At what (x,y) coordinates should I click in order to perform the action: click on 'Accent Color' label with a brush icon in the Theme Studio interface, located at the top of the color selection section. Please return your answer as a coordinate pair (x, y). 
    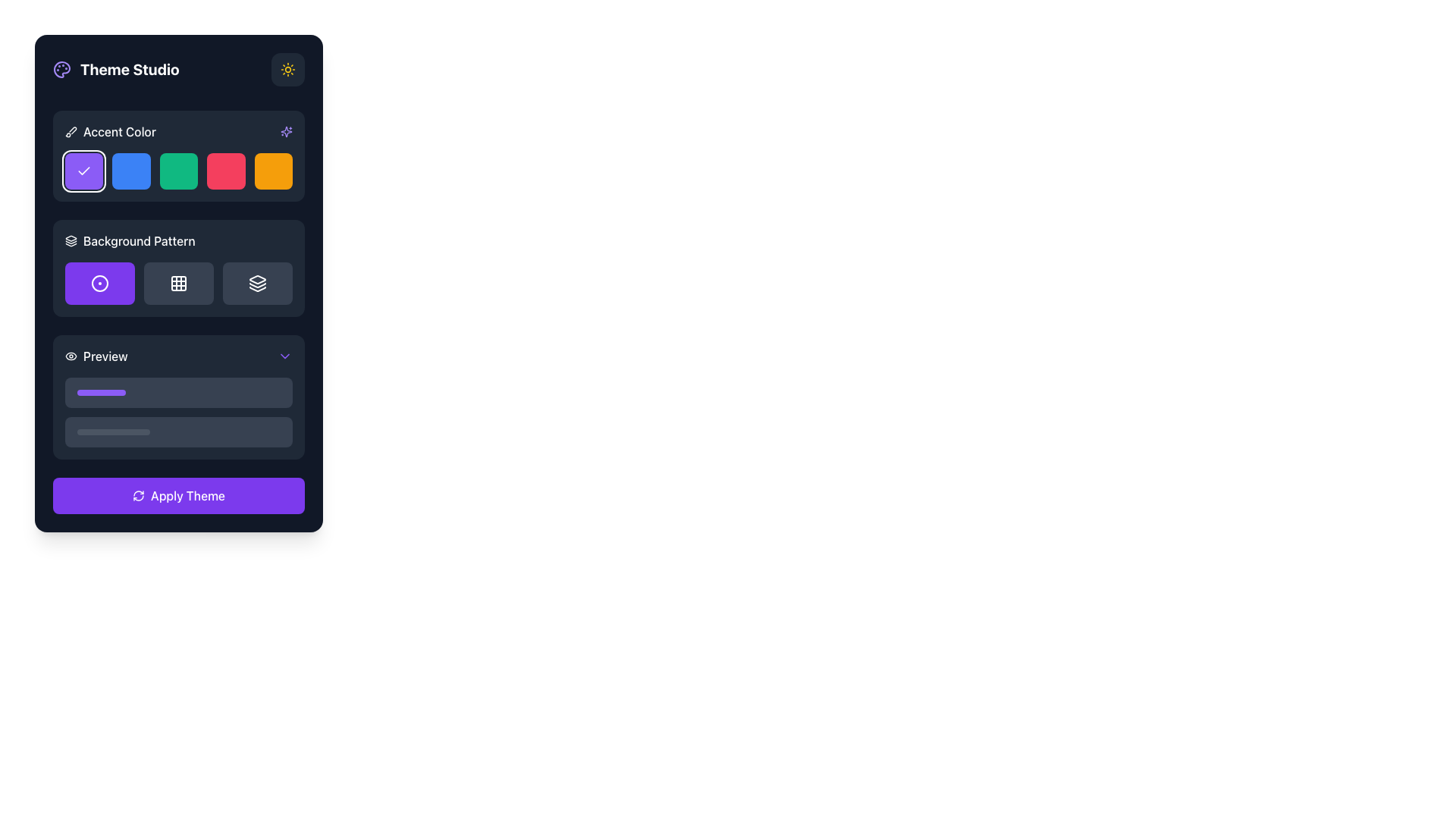
    Looking at the image, I should click on (109, 130).